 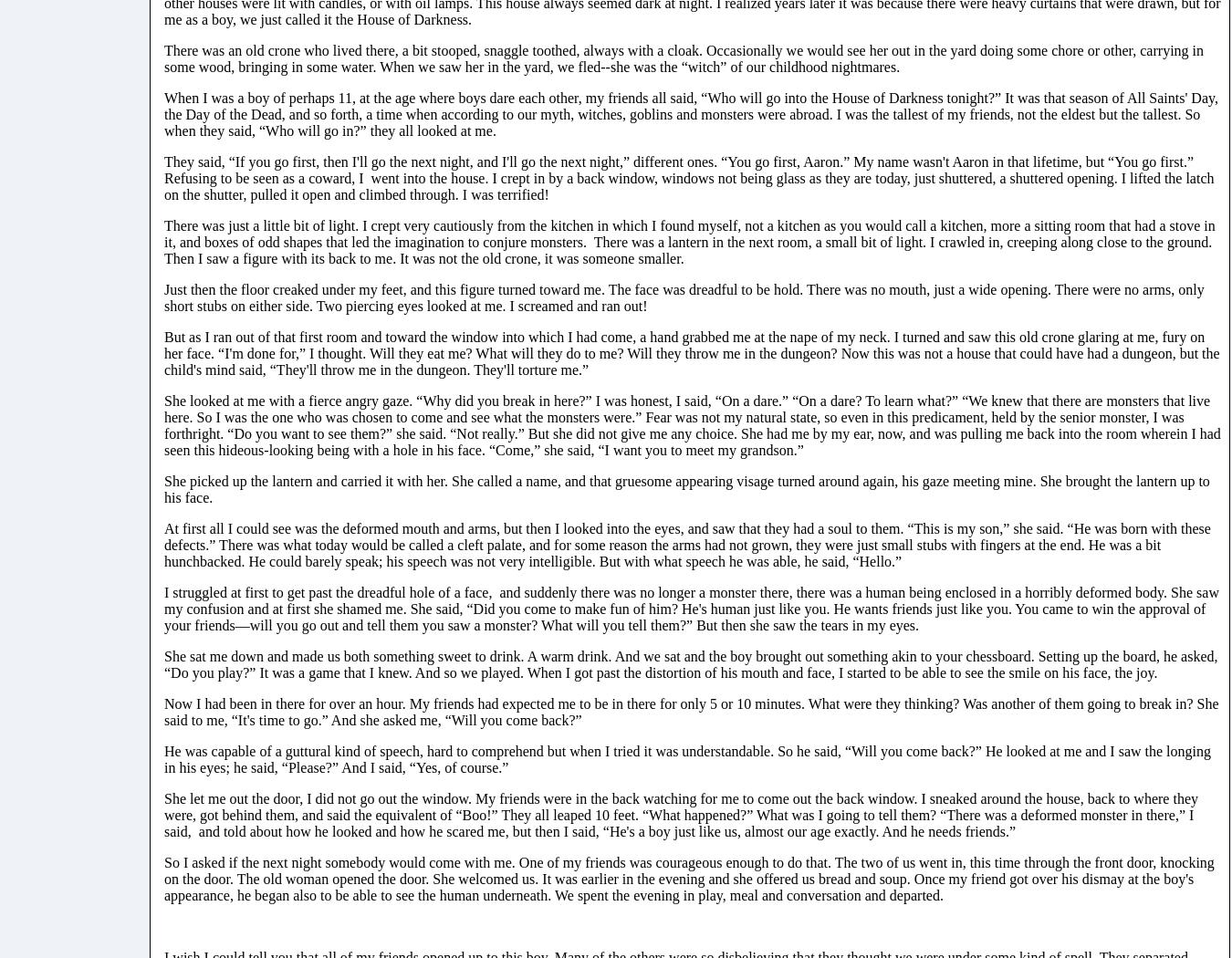 What do you see at coordinates (690, 711) in the screenshot?
I see `'Now I had been in there for over an hour. My friends had expected me to be in there for only 5 or 10 minutes. What were they thinking? Was another of them going to break in? She said to me, “It's time to go.” And she asked me, “Will you come back?”'` at bounding box center [690, 711].